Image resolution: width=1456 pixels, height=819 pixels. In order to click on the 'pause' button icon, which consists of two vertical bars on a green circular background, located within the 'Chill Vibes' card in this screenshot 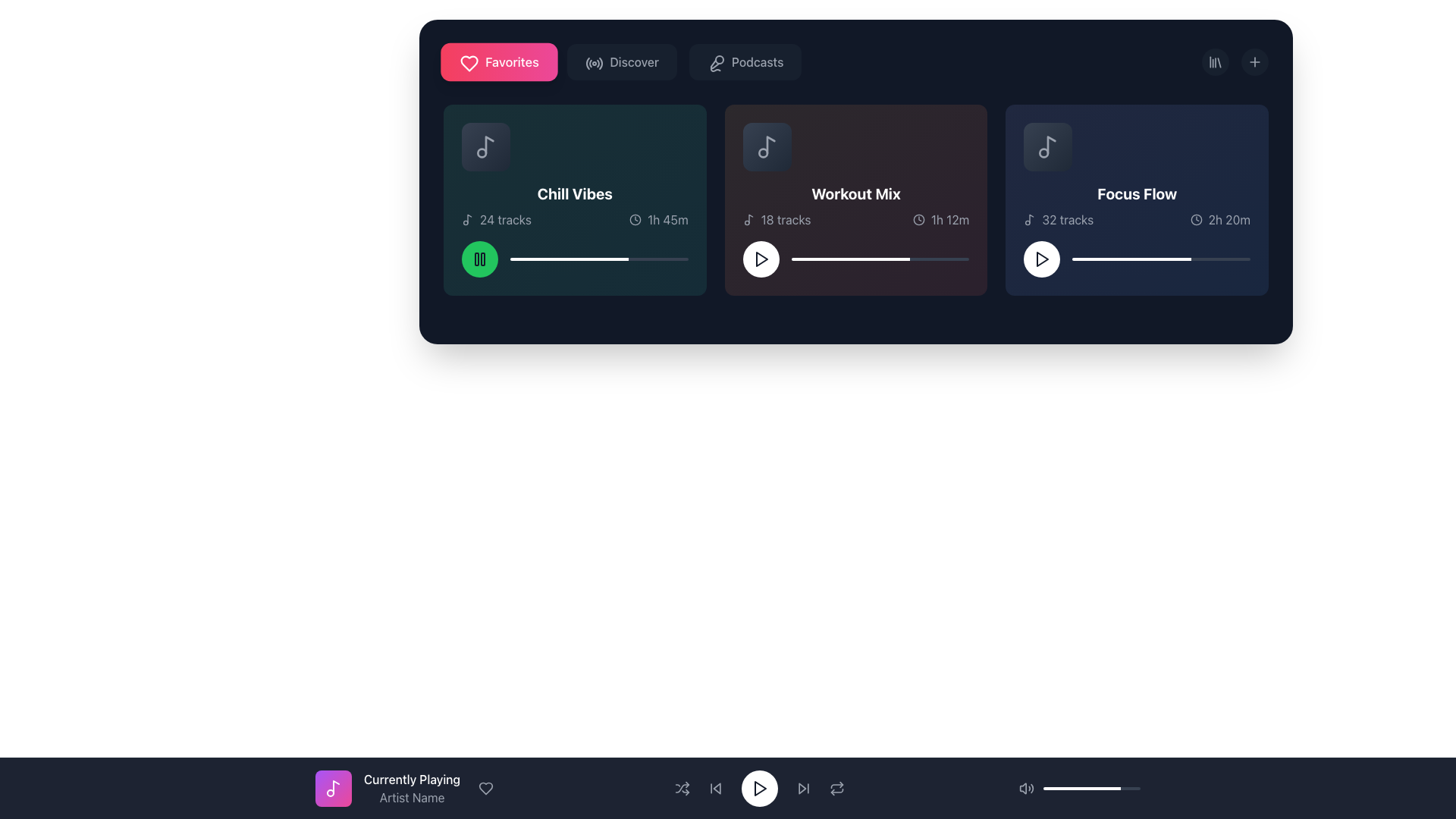, I will do `click(479, 259)`.